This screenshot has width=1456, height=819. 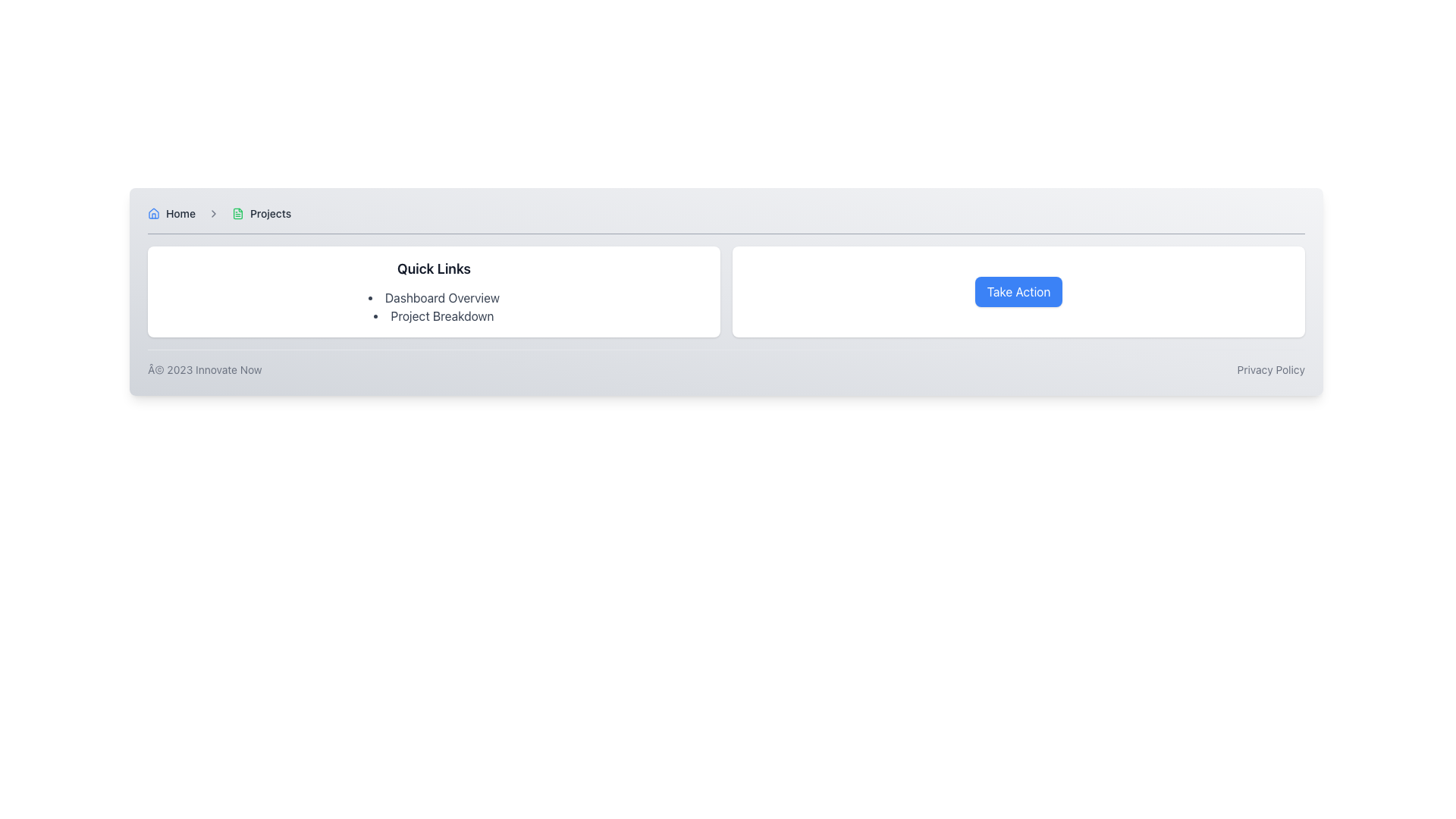 What do you see at coordinates (270, 213) in the screenshot?
I see `the 'Projects' text label located on the right side of the file-like icon in the top navigation section` at bounding box center [270, 213].